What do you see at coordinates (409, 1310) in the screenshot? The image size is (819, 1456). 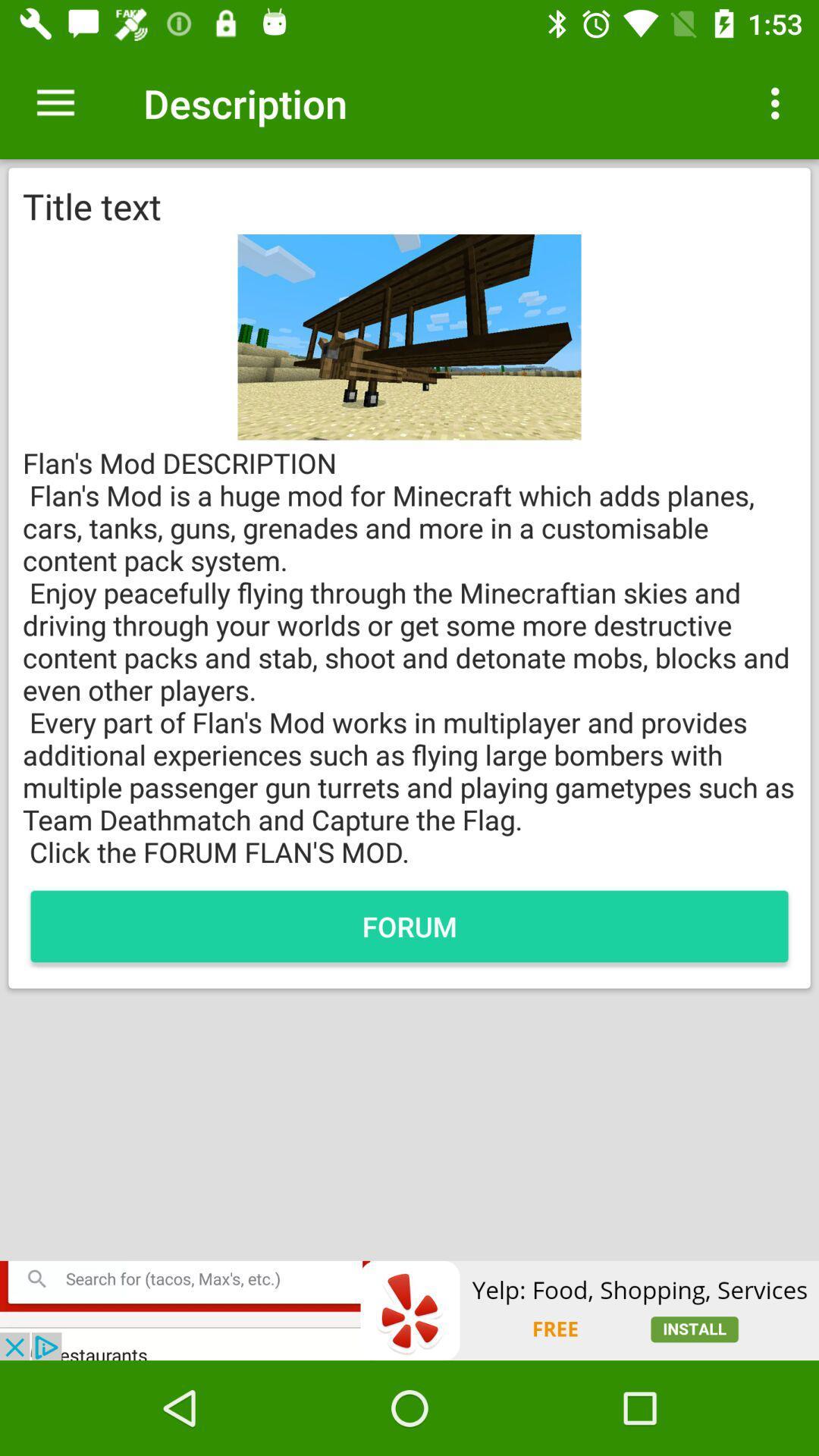 I see `adclick` at bounding box center [409, 1310].